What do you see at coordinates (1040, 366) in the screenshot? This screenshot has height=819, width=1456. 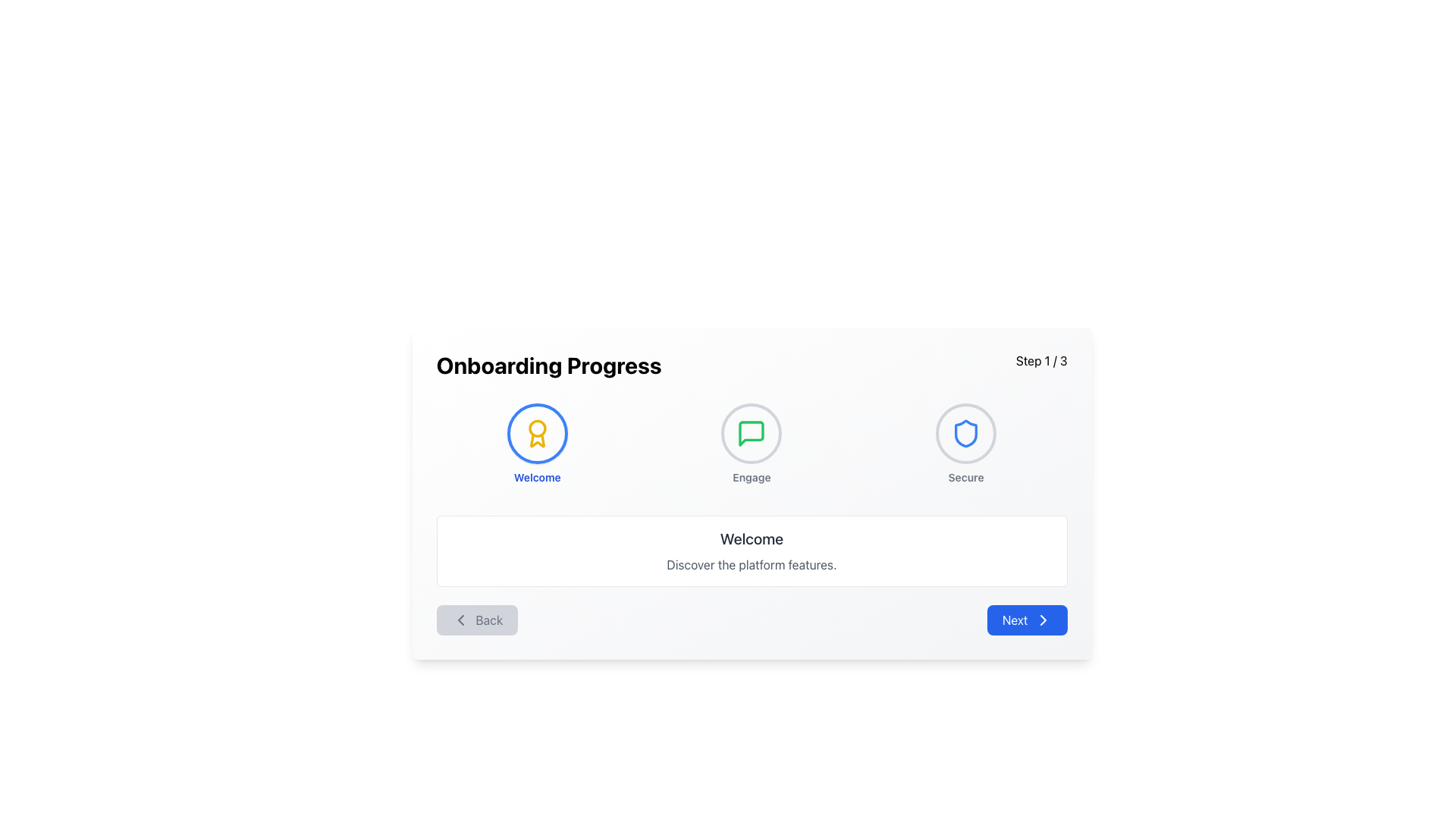 I see `the text label displaying 'Step 1 / 3', which is located to the right of the 'Onboarding Progress' label in the upper part of the page` at bounding box center [1040, 366].